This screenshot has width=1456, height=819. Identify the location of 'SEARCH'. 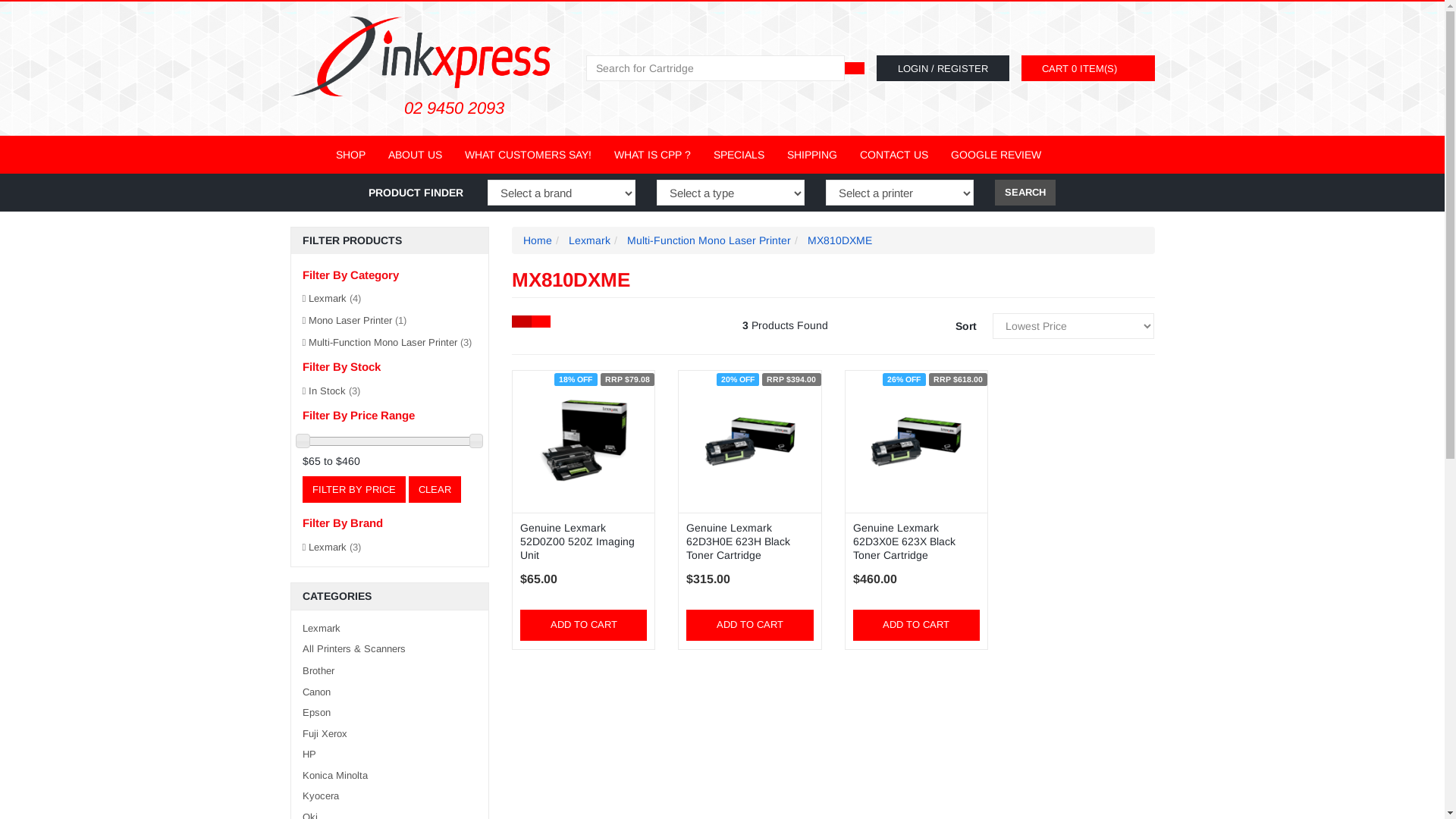
(1025, 192).